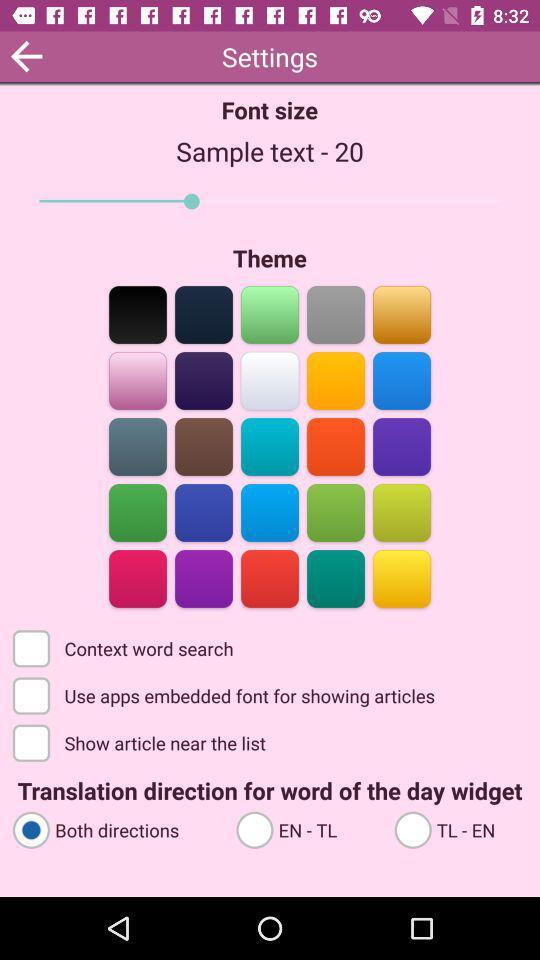 Image resolution: width=540 pixels, height=960 pixels. I want to click on theme color option, so click(335, 313).